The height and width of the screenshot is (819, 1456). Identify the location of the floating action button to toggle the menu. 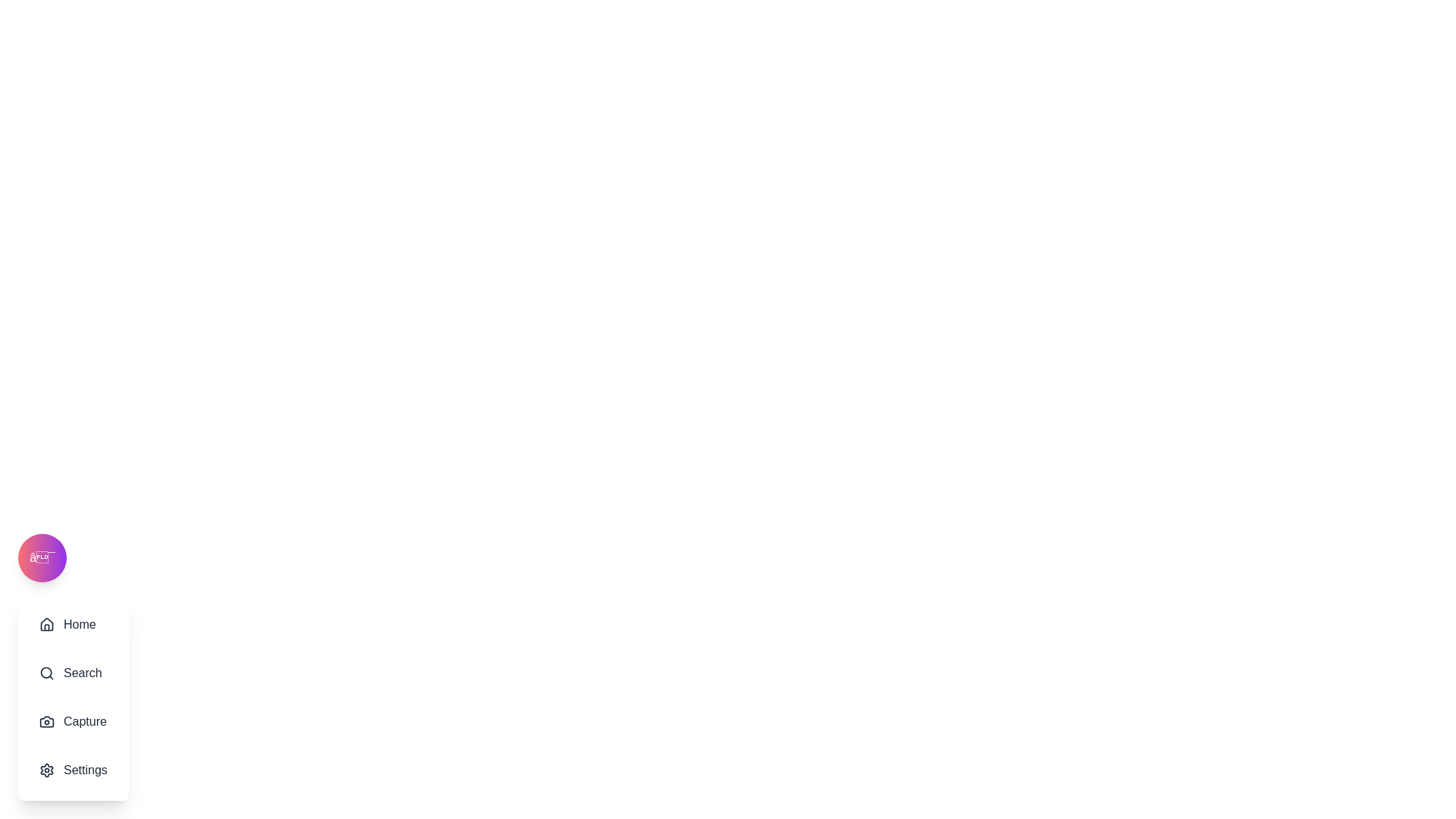
(42, 558).